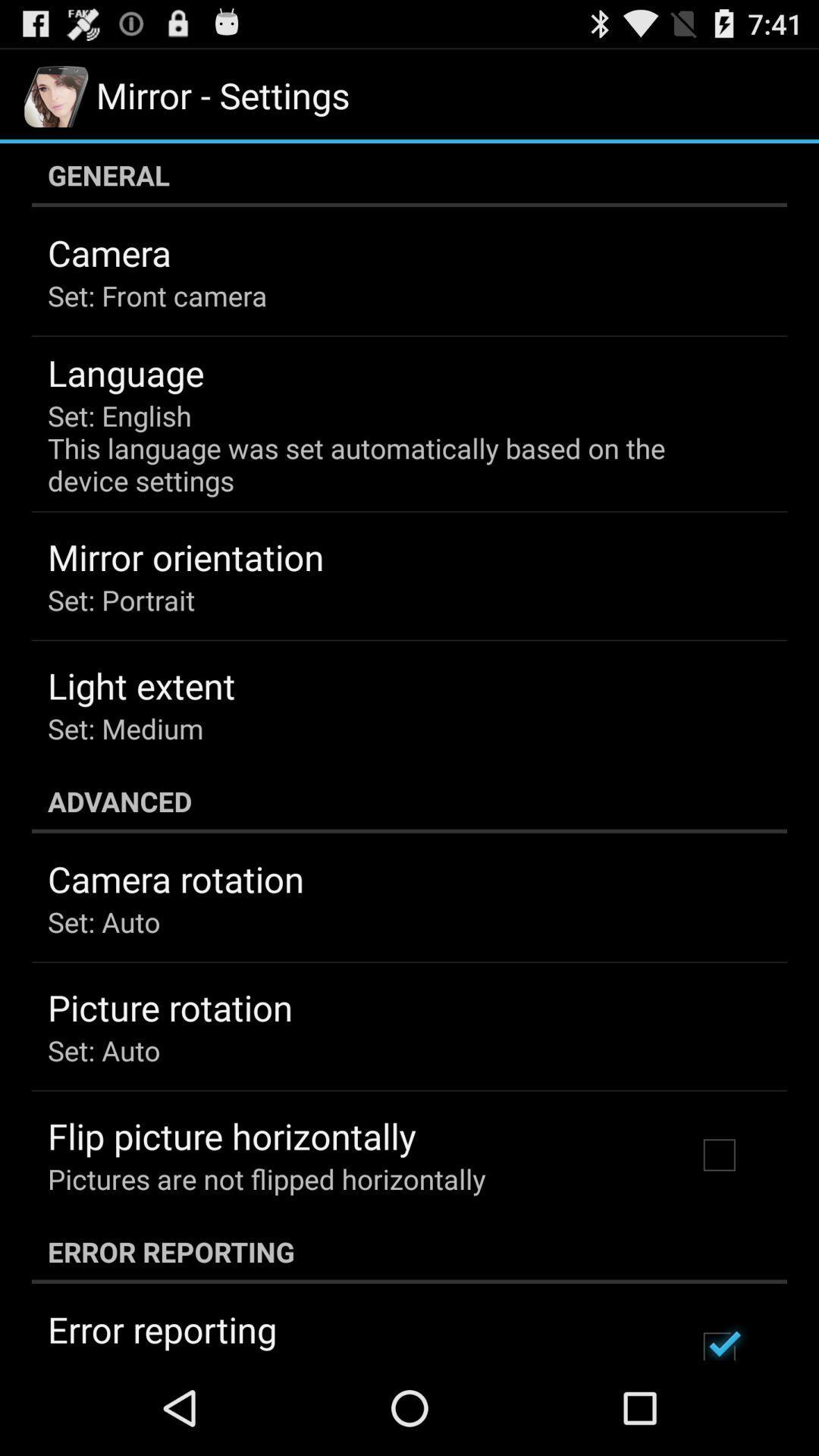  I want to click on the app above the pictures are not item, so click(231, 1136).